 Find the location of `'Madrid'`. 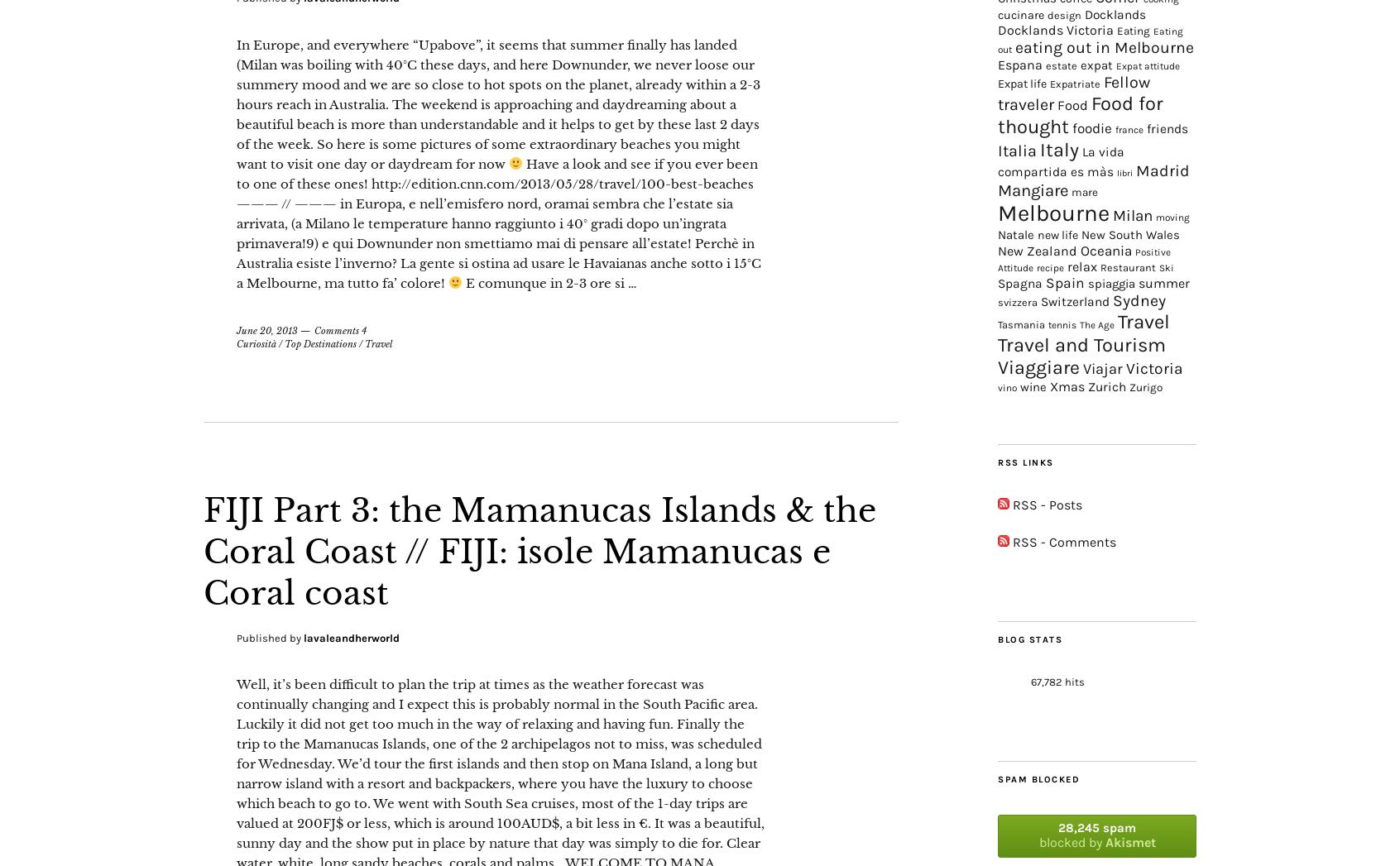

'Madrid' is located at coordinates (1163, 170).